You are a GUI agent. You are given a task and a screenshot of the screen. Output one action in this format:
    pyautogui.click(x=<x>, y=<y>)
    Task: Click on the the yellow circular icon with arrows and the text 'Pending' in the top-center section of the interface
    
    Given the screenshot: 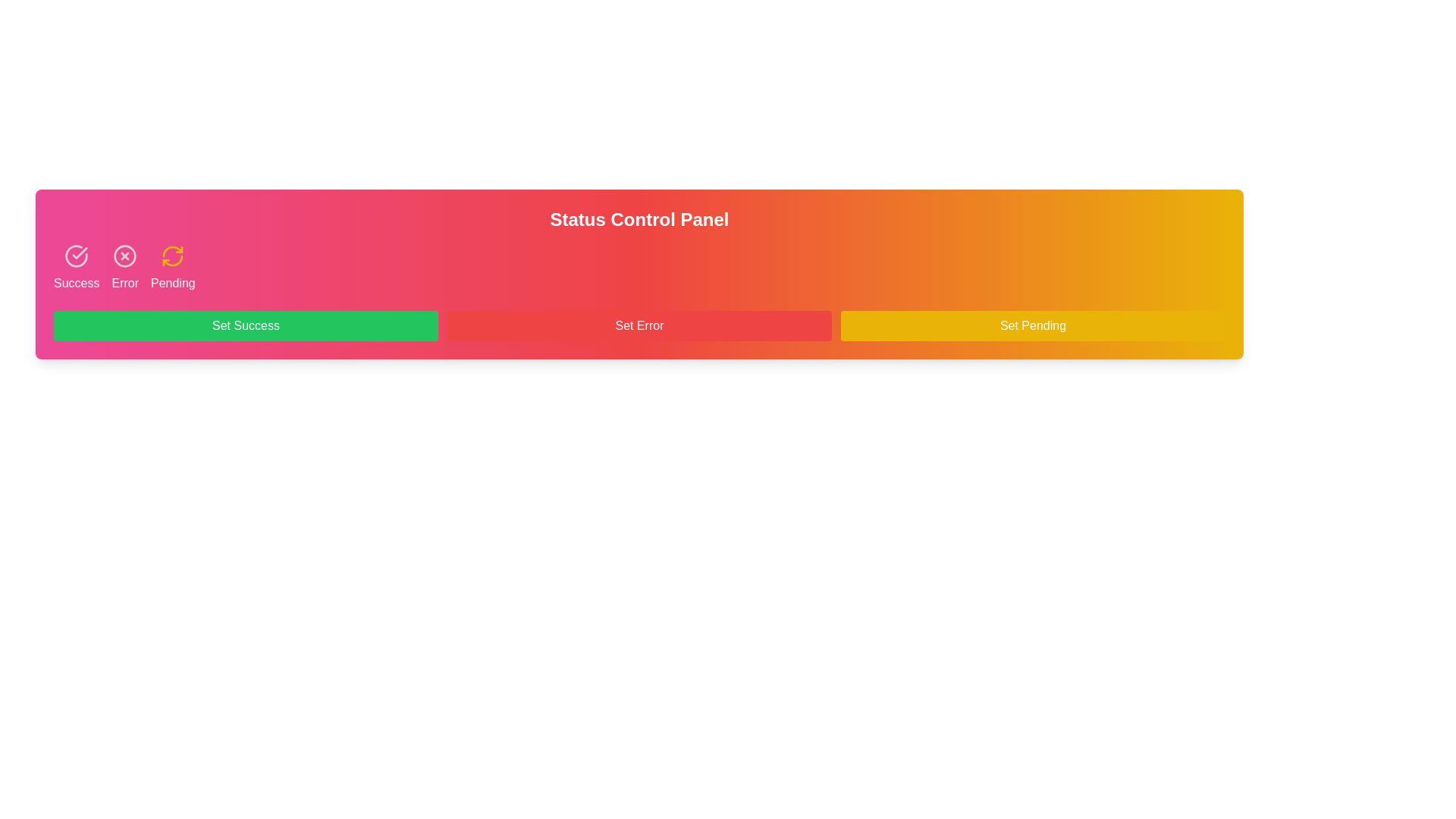 What is the action you would take?
    pyautogui.click(x=173, y=268)
    